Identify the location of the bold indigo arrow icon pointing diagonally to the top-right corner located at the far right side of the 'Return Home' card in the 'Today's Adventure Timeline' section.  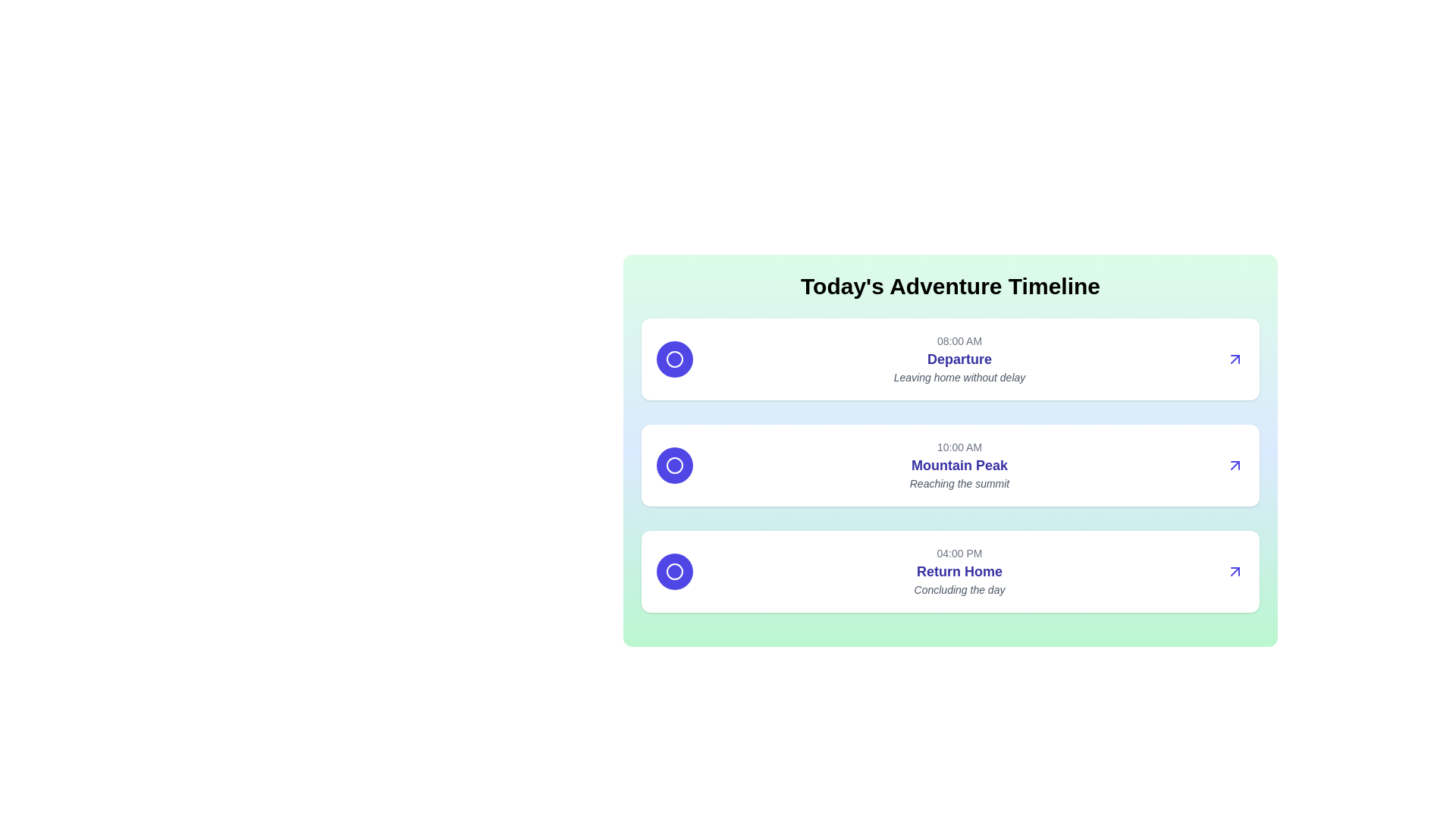
(1235, 571).